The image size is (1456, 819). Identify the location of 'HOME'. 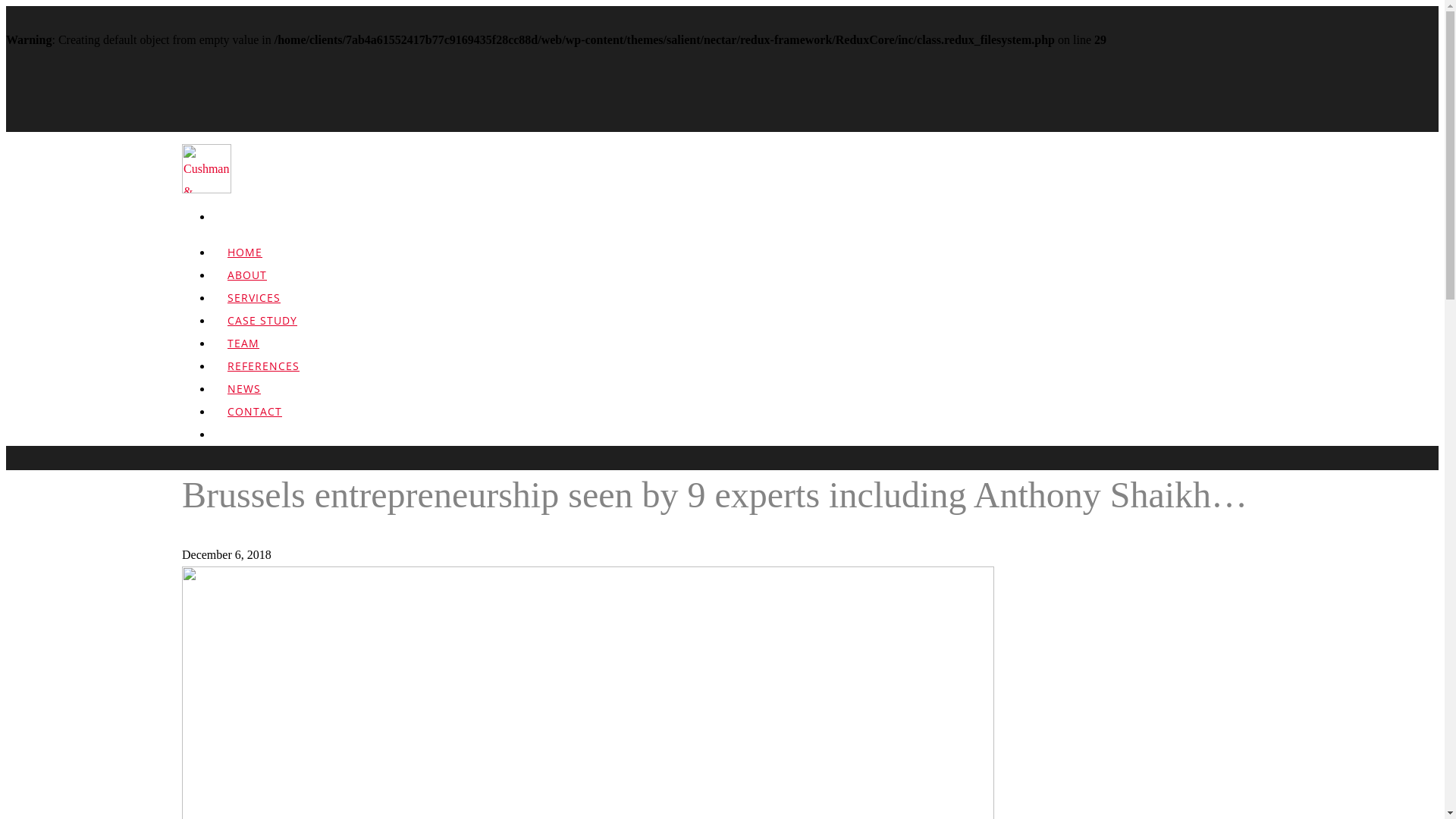
(244, 262).